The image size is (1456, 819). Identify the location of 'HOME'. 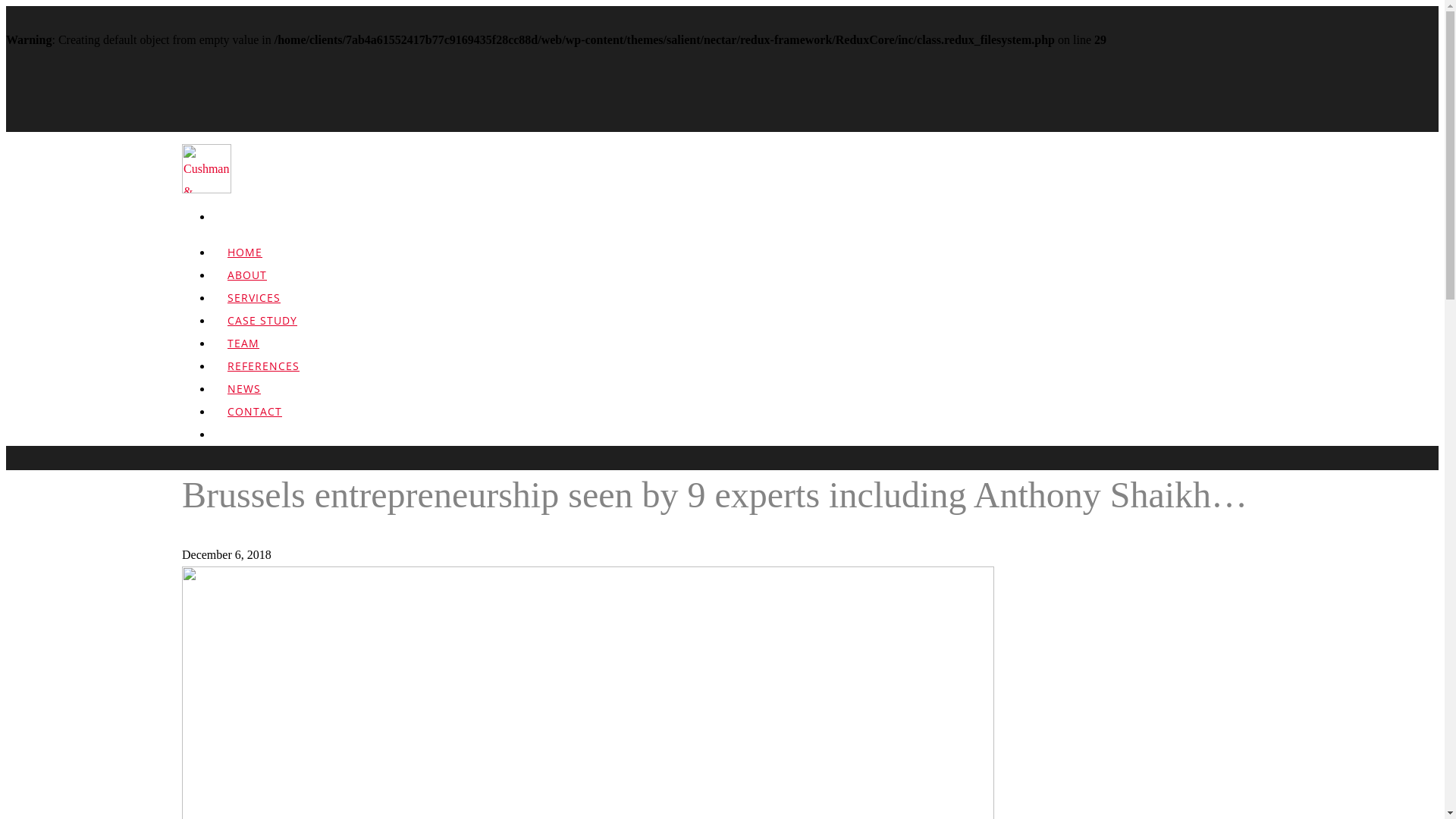
(244, 262).